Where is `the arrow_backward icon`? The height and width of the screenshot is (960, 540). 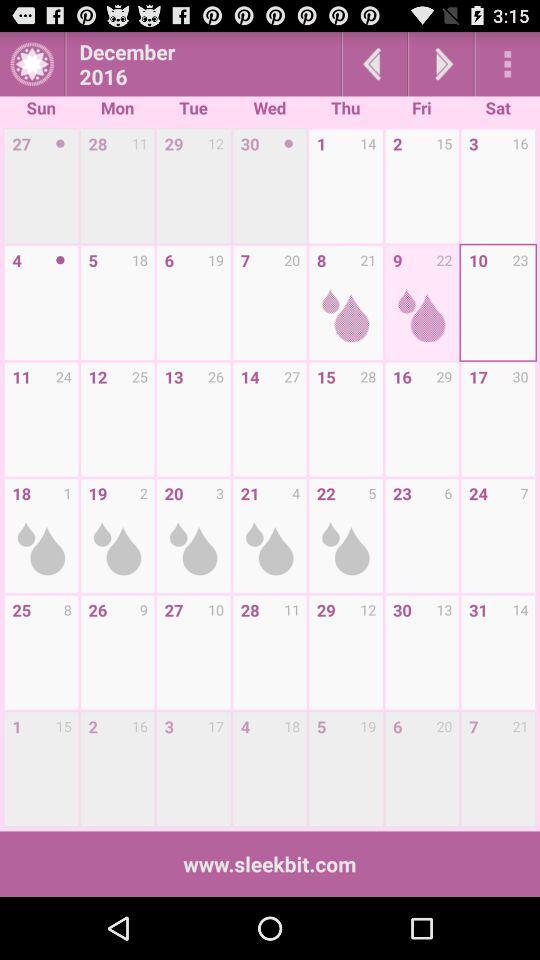 the arrow_backward icon is located at coordinates (374, 68).